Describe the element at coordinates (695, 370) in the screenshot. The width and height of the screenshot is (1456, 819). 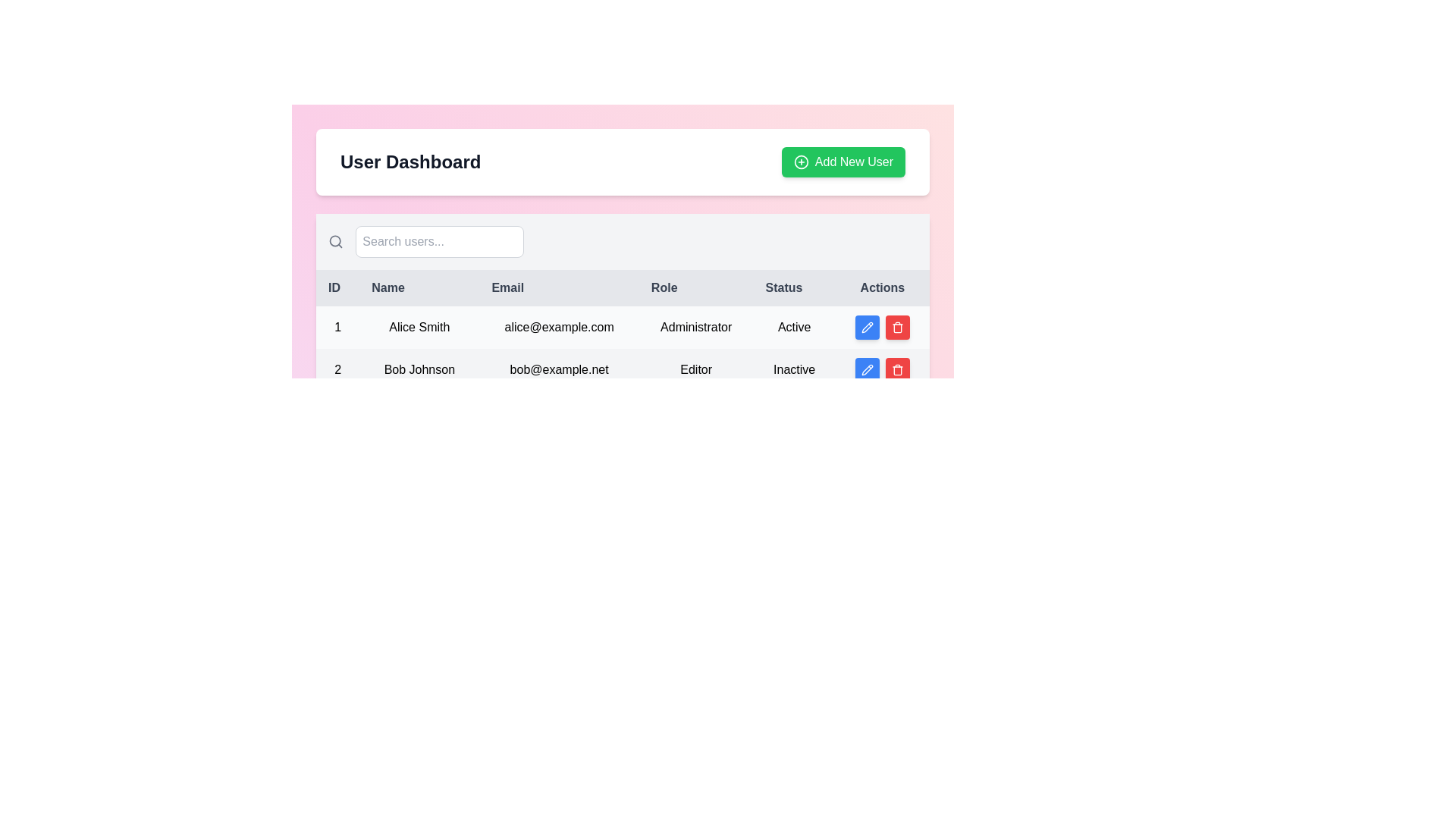
I see `the static text element in the second row of the table under the 'Role' column, following 'Bob Johnson' in the 'Name' column` at that location.